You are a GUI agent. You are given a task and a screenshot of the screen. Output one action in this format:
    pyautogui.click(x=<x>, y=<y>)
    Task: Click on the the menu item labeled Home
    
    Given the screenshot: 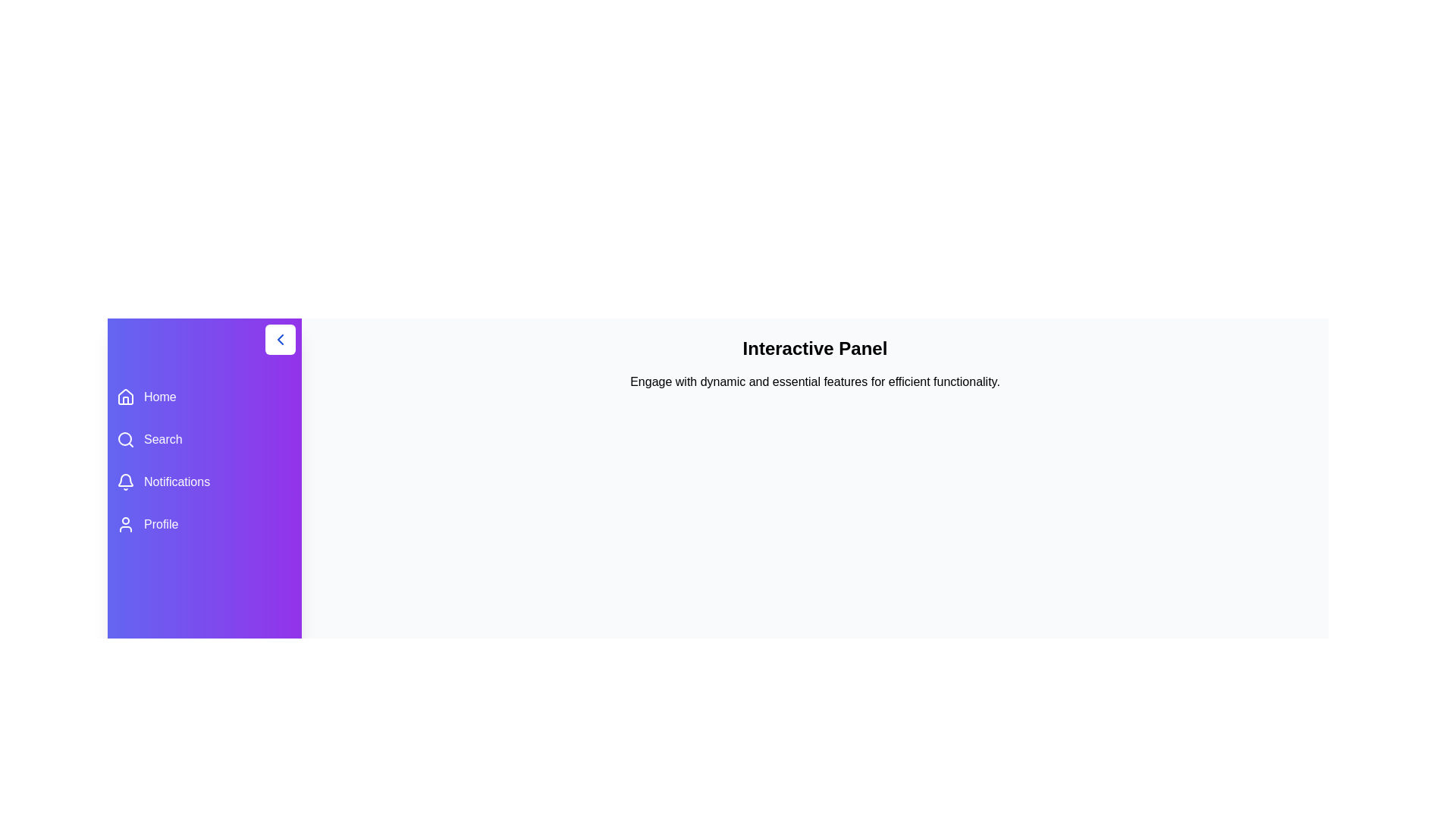 What is the action you would take?
    pyautogui.click(x=203, y=397)
    